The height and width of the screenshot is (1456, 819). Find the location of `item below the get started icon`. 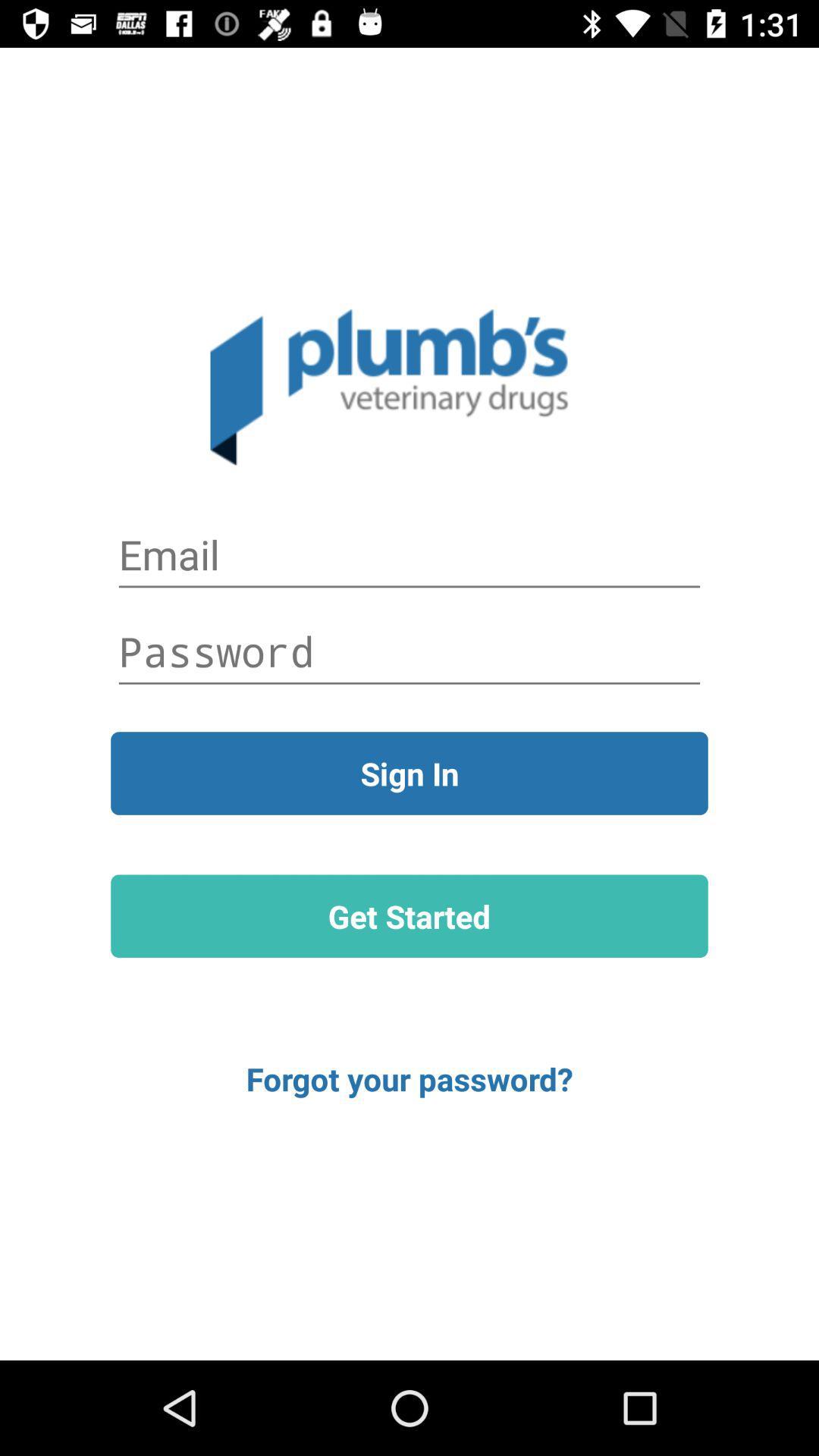

item below the get started icon is located at coordinates (409, 1078).